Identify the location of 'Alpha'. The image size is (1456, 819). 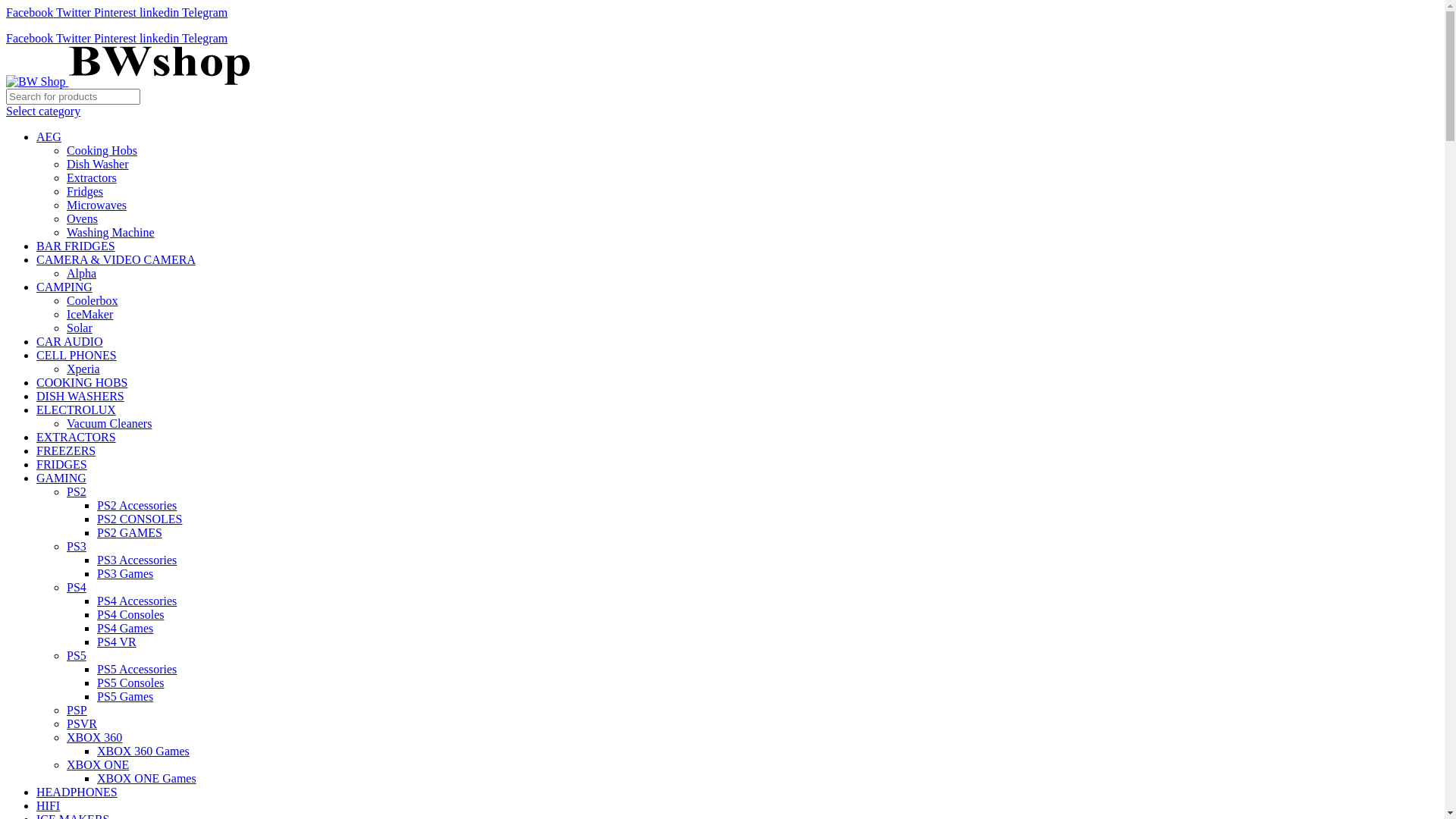
(80, 273).